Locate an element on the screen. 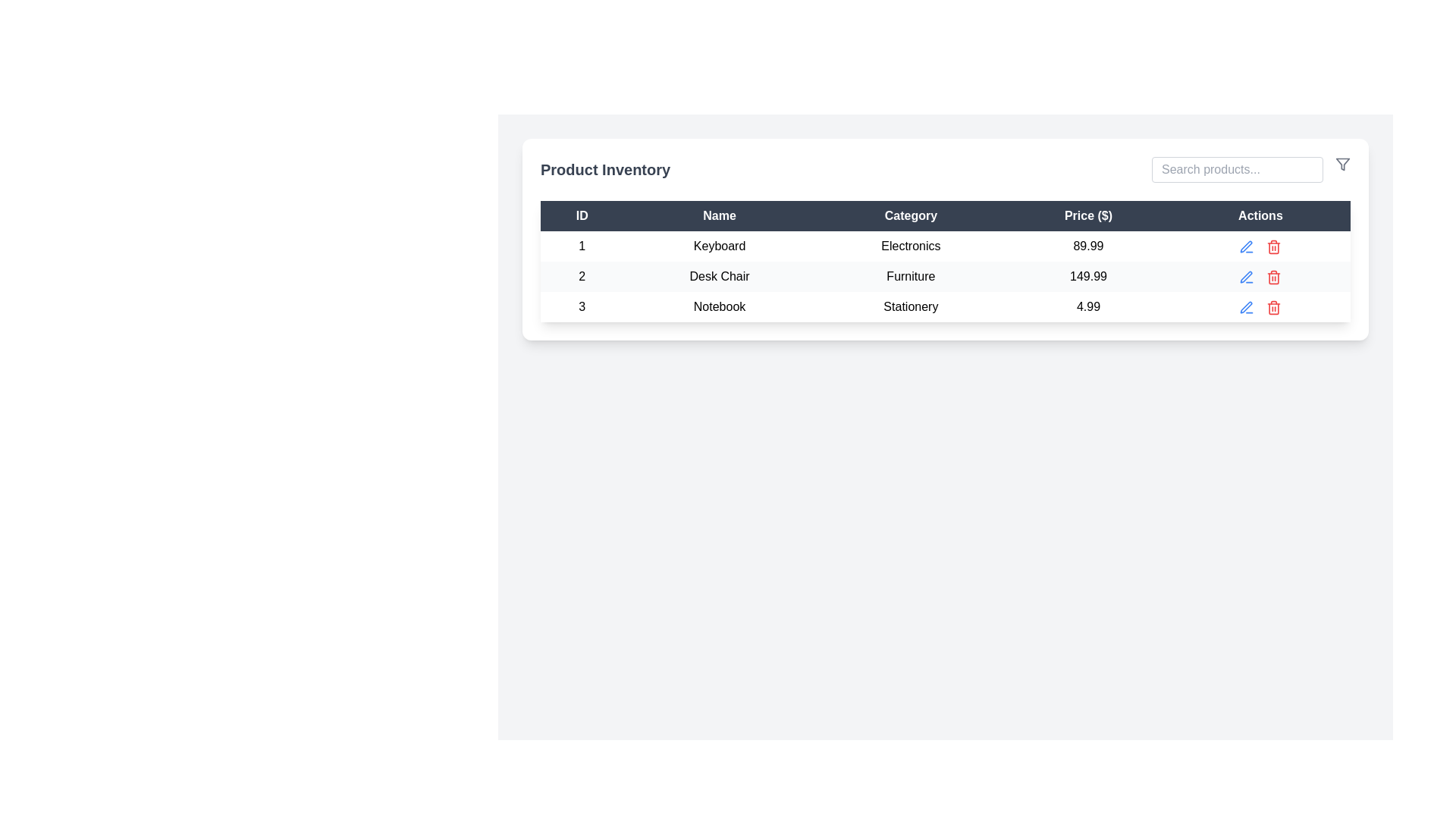  the static text label 'Furniture' that categorizes the item 'Desk Chair' in the table structure is located at coordinates (910, 277).